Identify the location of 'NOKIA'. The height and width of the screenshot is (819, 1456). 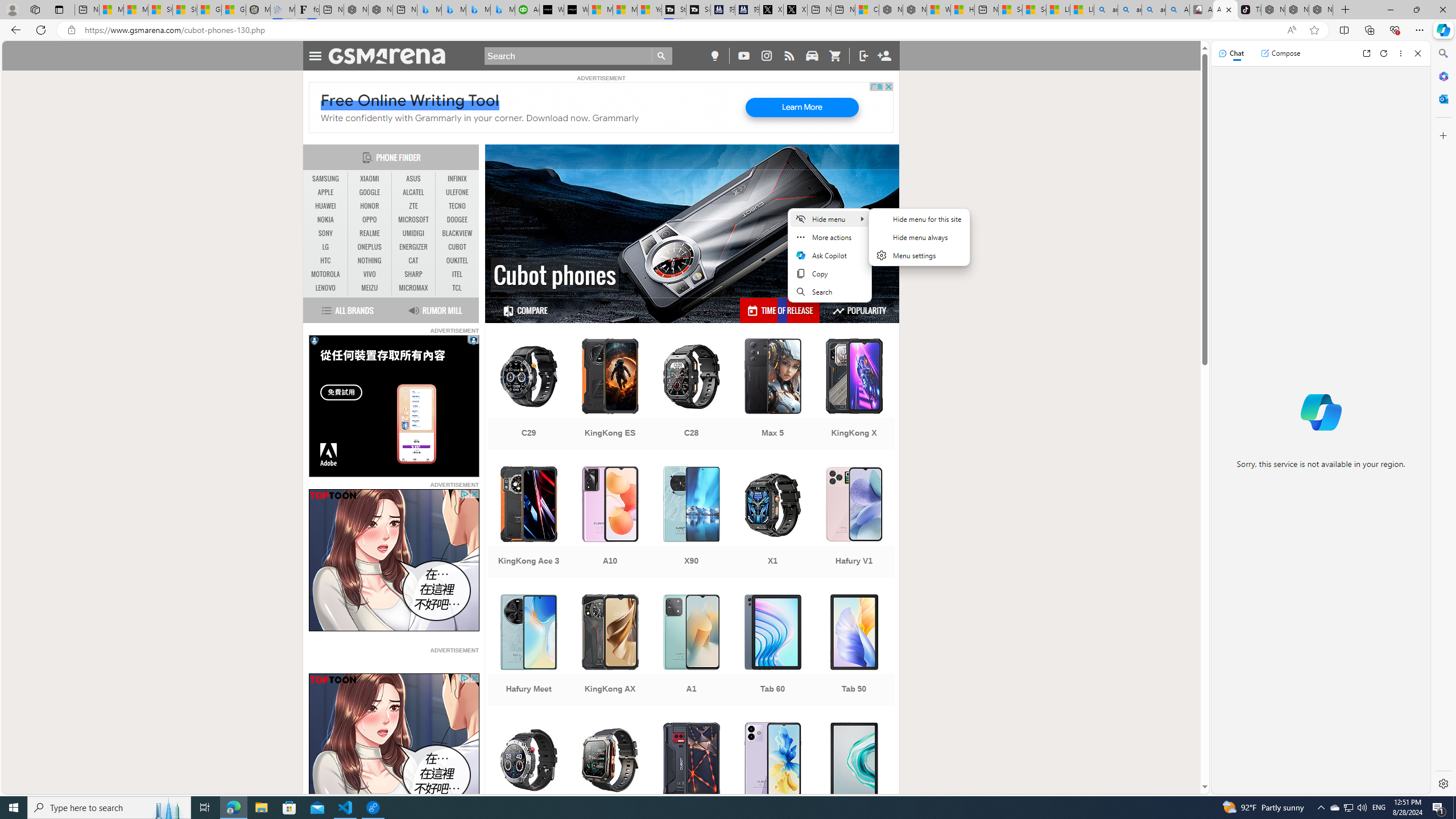
(325, 220).